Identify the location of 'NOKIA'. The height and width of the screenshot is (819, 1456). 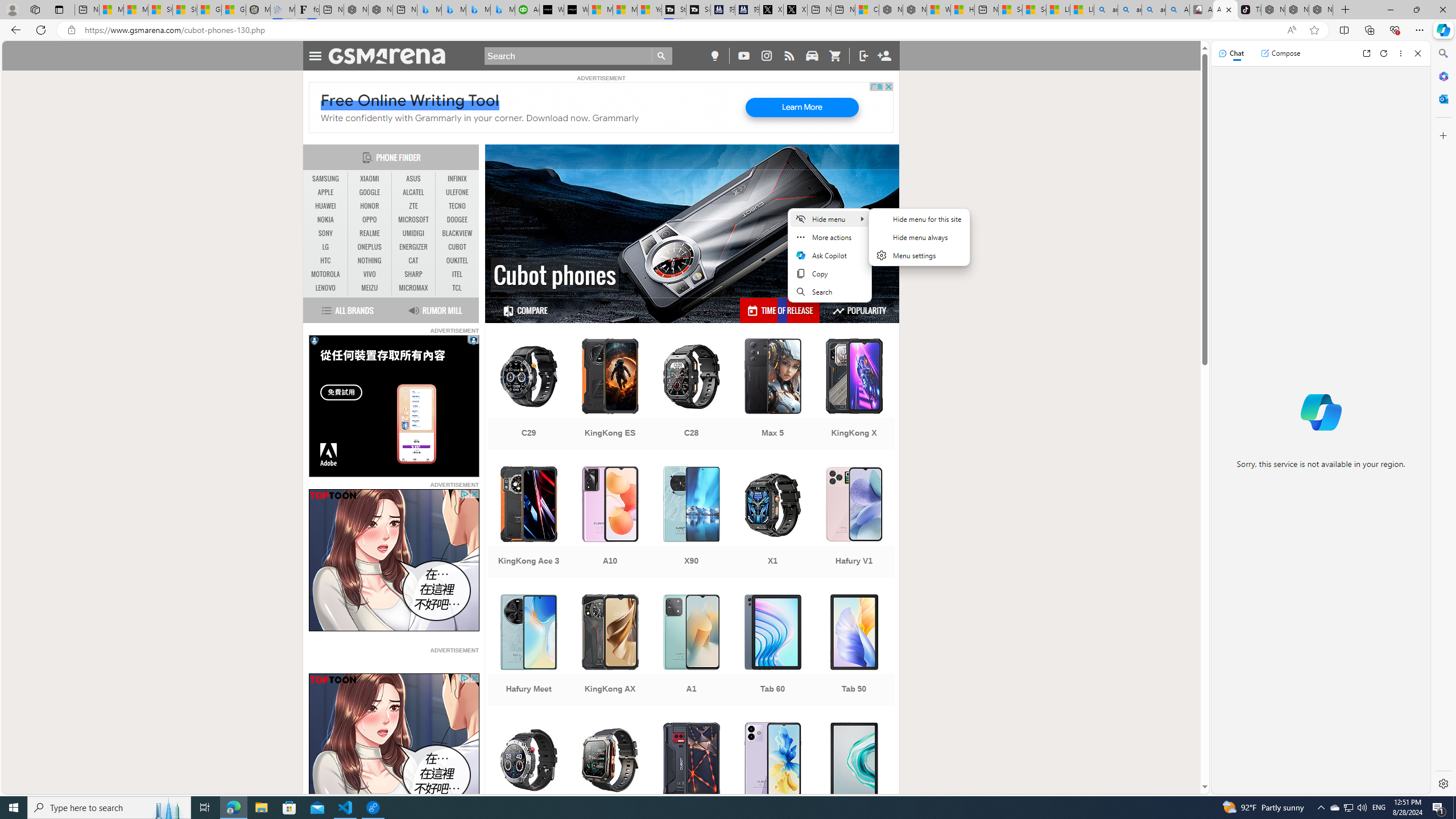
(325, 220).